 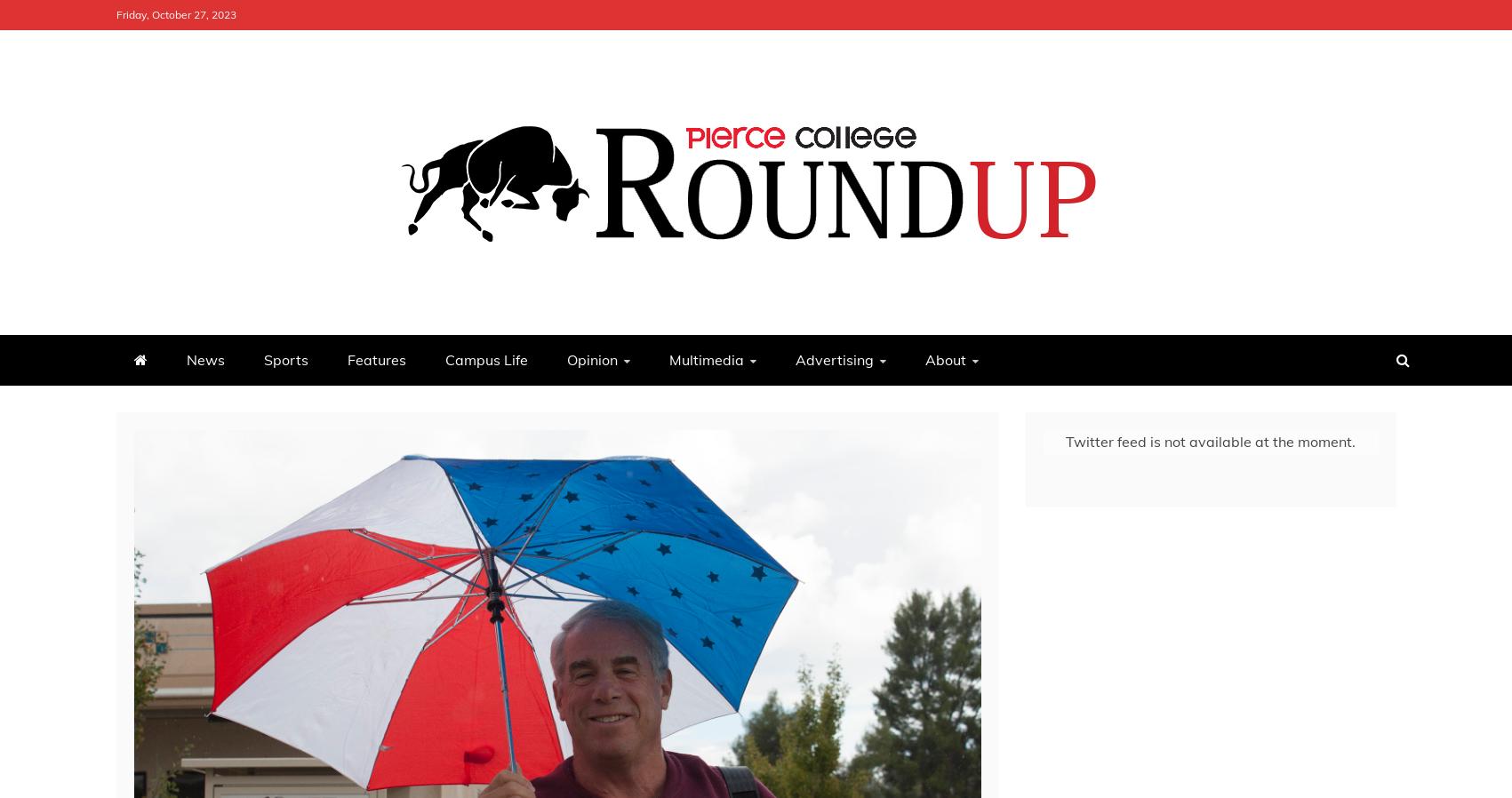 I want to click on 'Twitter feed is not available at the moment.', so click(x=1209, y=439).